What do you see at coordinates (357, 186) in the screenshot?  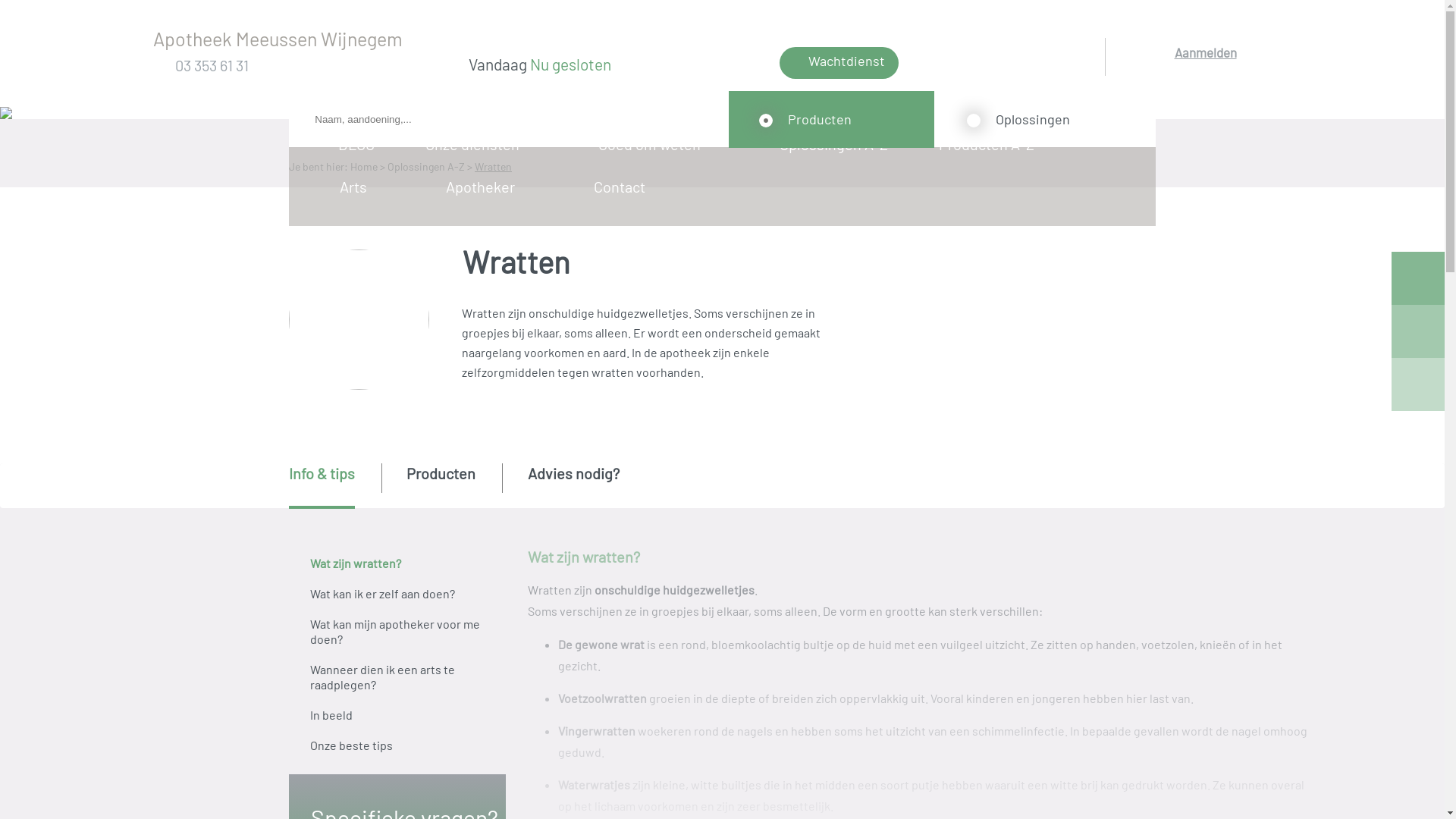 I see `'Arts'` at bounding box center [357, 186].